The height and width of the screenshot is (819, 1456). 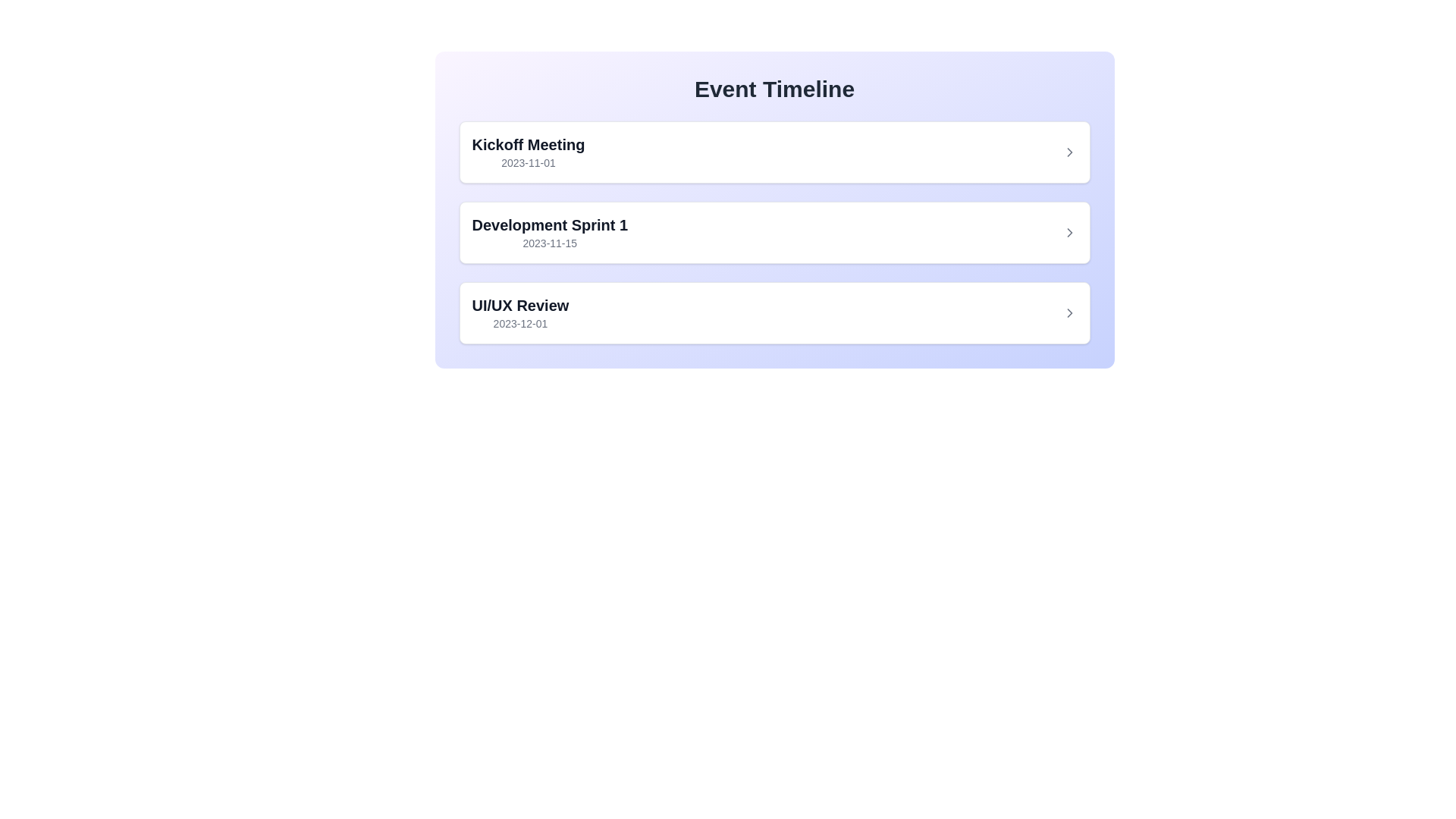 I want to click on the rightwards pointing chevron icon styled in gray, located within the 'Kickoff Meeting, 2023-11-01' entry in the timeline, so click(x=1068, y=152).